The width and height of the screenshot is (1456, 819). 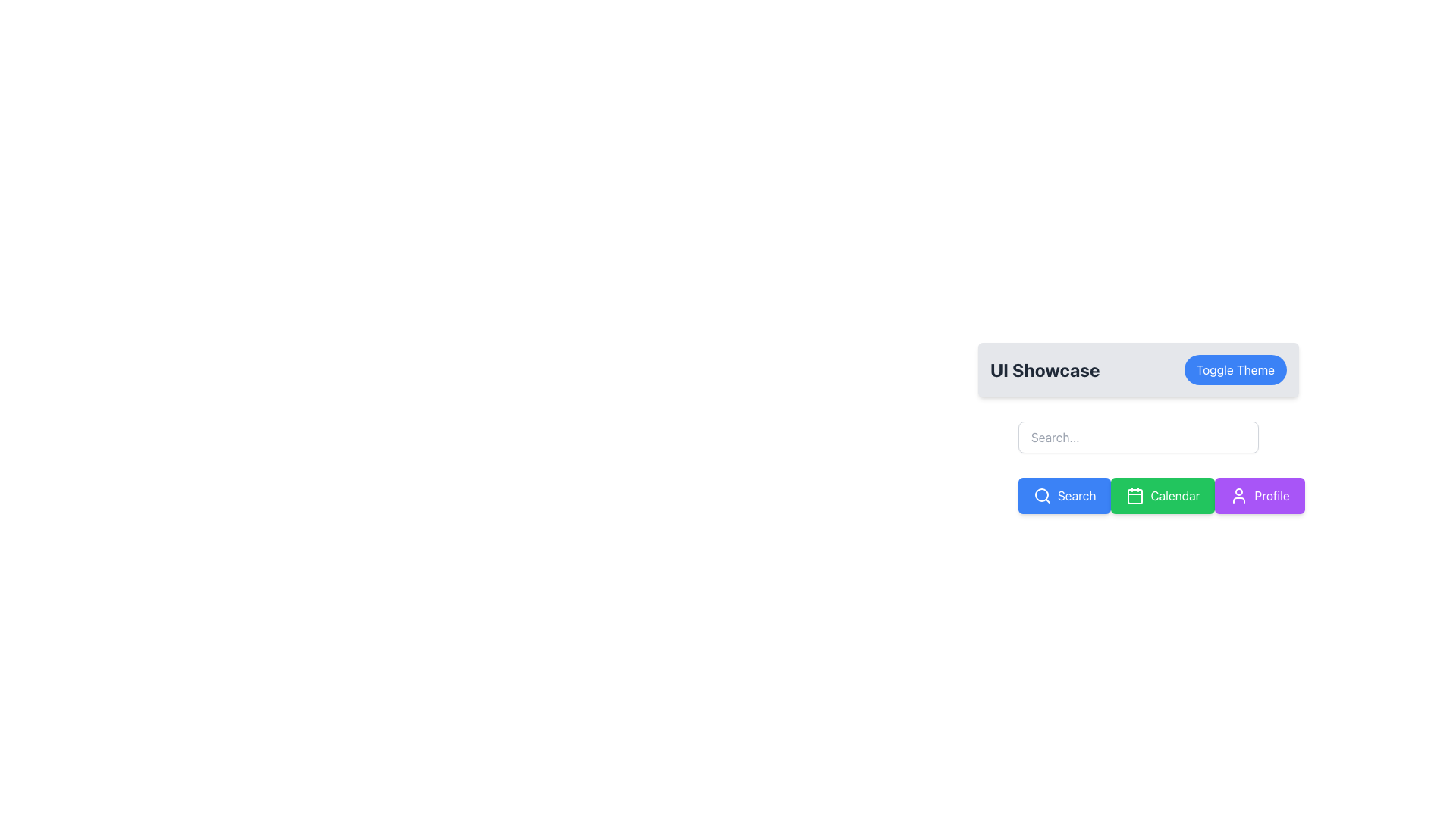 What do you see at coordinates (1175, 496) in the screenshot?
I see `the 'Calendar' label, which is styled with white font color on a green background and is the middle button in a group of three buttons below the 'Search' bar` at bounding box center [1175, 496].